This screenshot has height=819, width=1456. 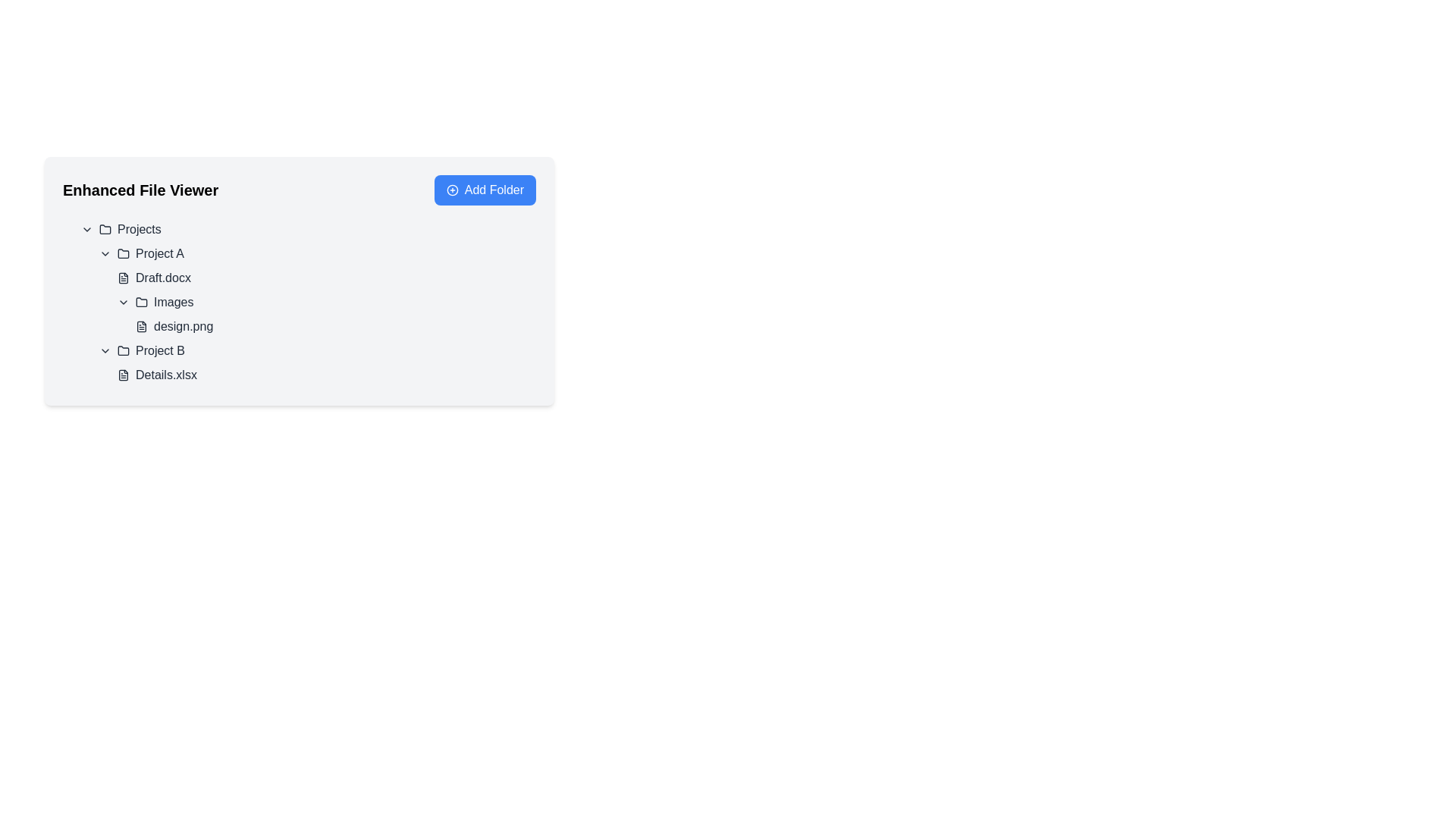 What do you see at coordinates (142, 301) in the screenshot?
I see `the 'Images' folder icon located under the 'Project A' node in the file viewer` at bounding box center [142, 301].